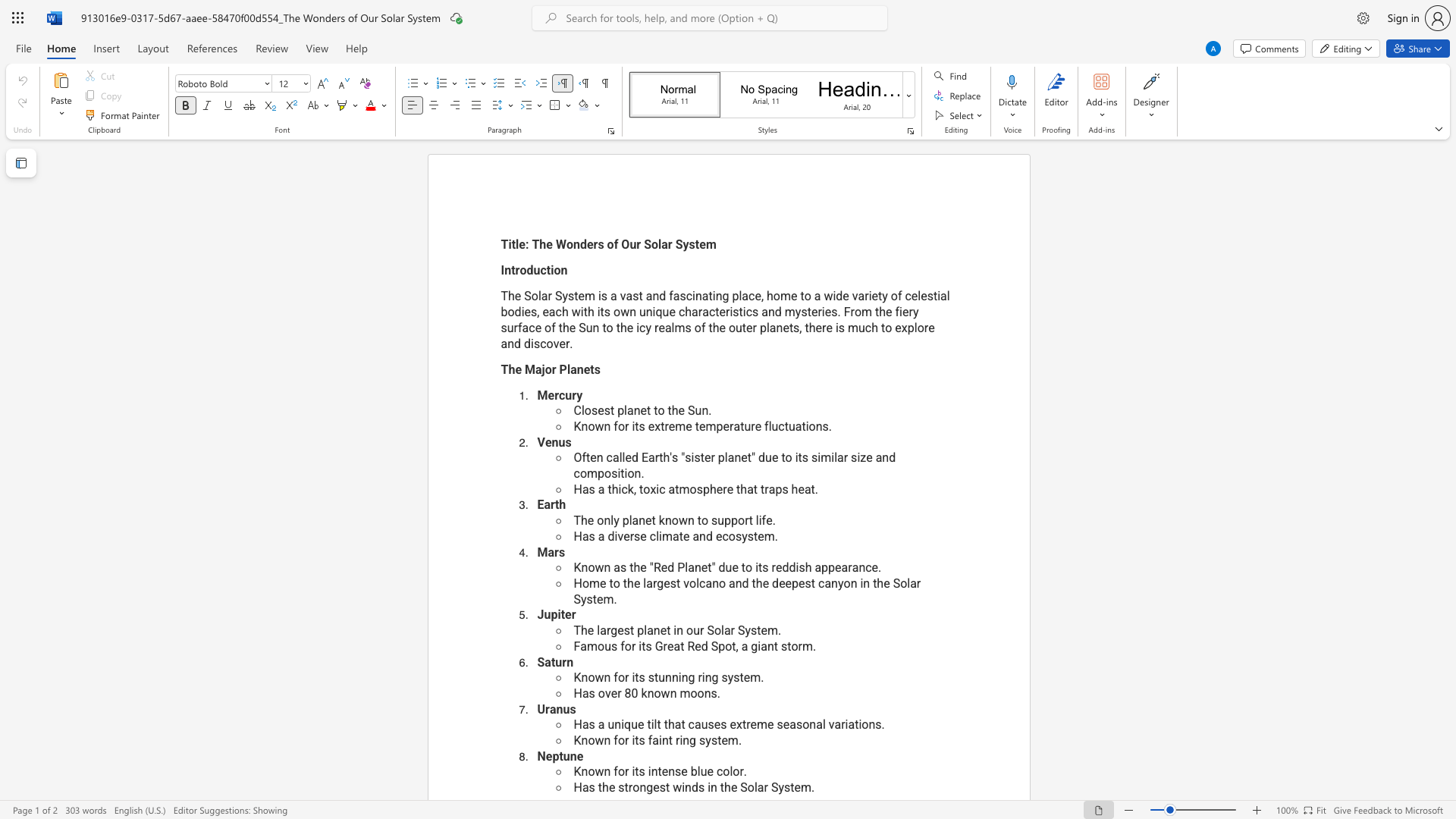 This screenshot has height=819, width=1456. What do you see at coordinates (706, 243) in the screenshot?
I see `the space between the continuous character "e" and "m" in the text` at bounding box center [706, 243].